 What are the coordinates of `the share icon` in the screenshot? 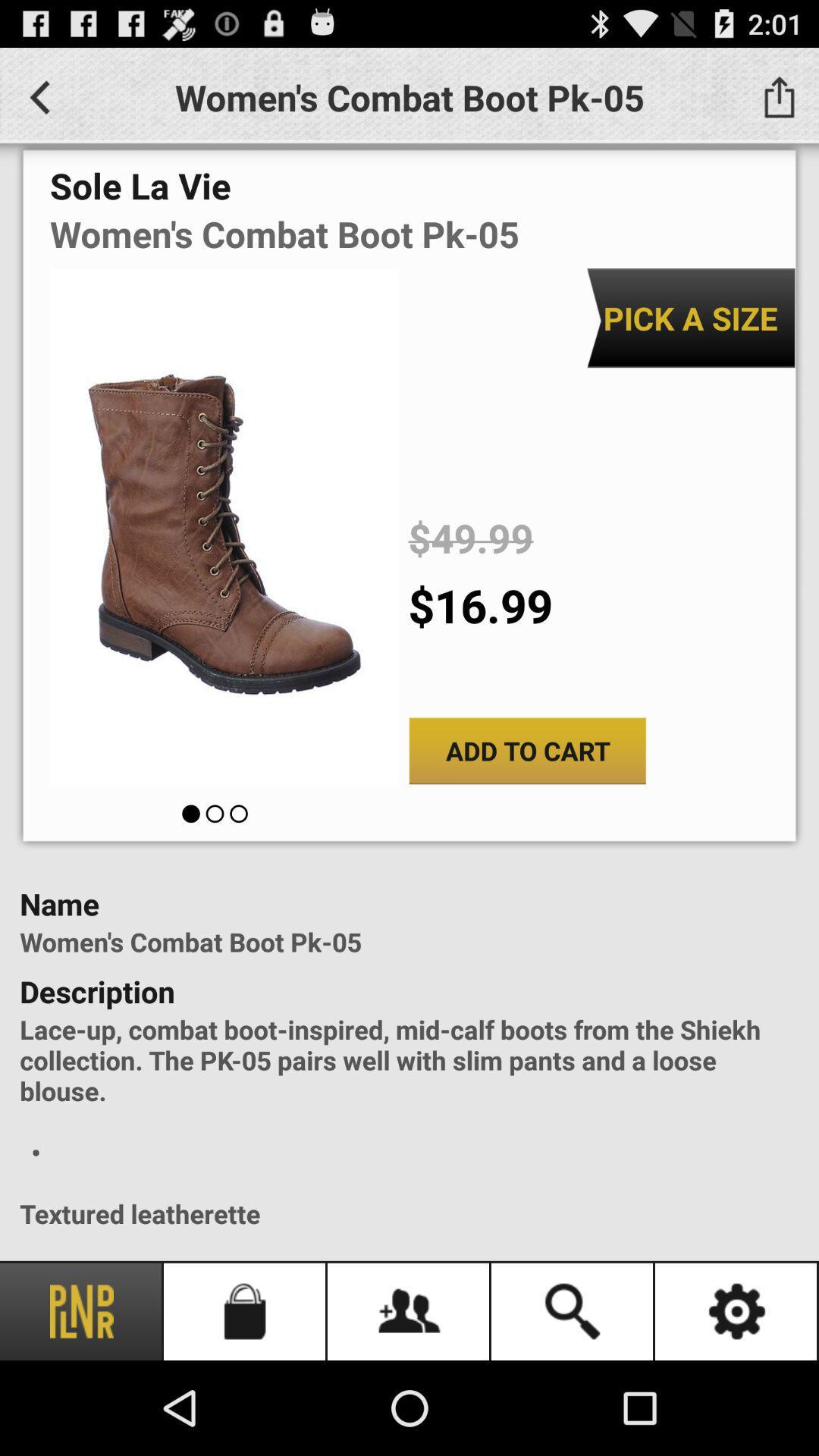 It's located at (779, 103).